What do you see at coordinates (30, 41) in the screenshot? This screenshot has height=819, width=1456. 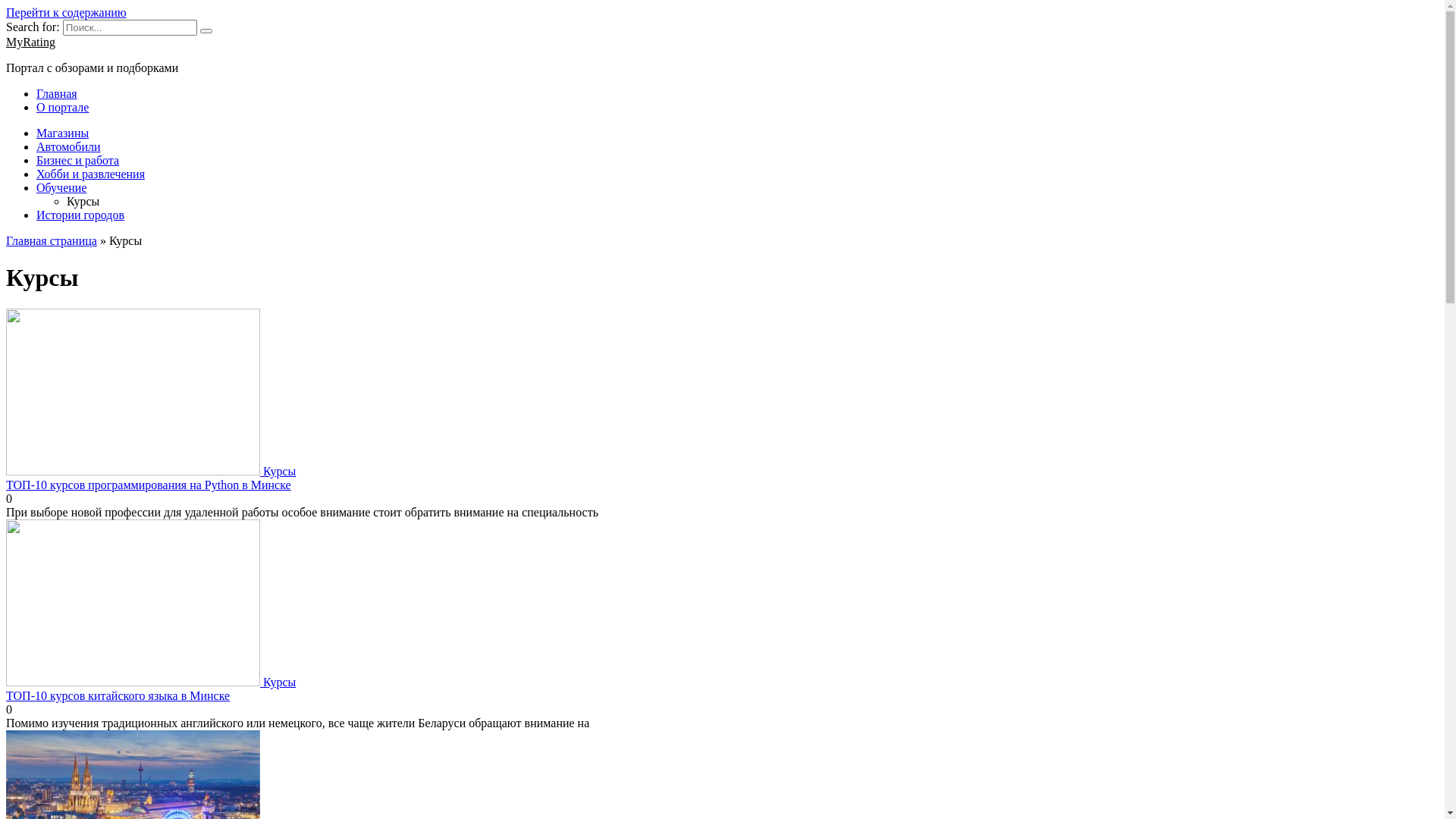 I see `'MyRating'` at bounding box center [30, 41].